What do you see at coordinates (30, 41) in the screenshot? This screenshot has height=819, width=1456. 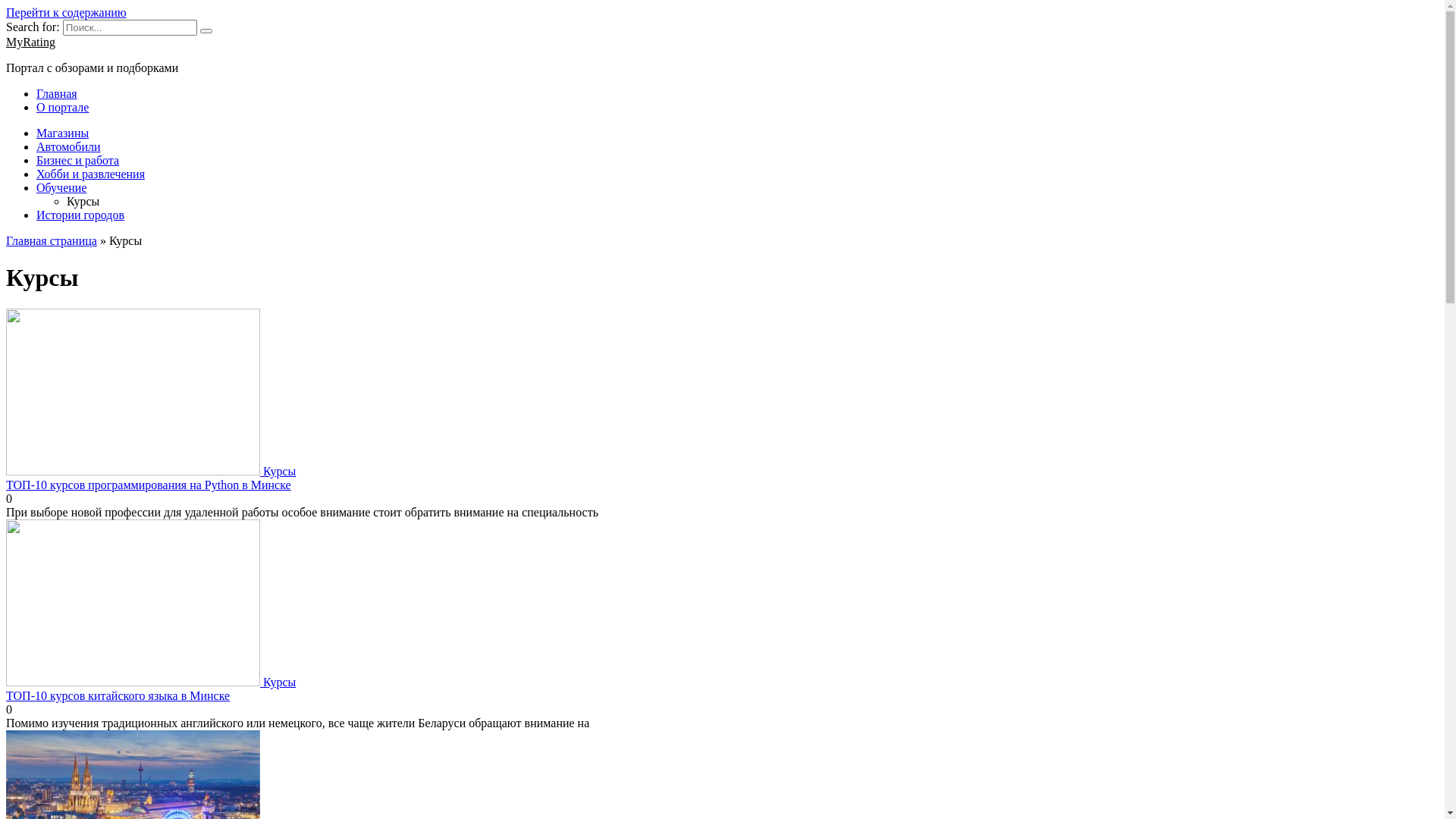 I see `'MyRating'` at bounding box center [30, 41].